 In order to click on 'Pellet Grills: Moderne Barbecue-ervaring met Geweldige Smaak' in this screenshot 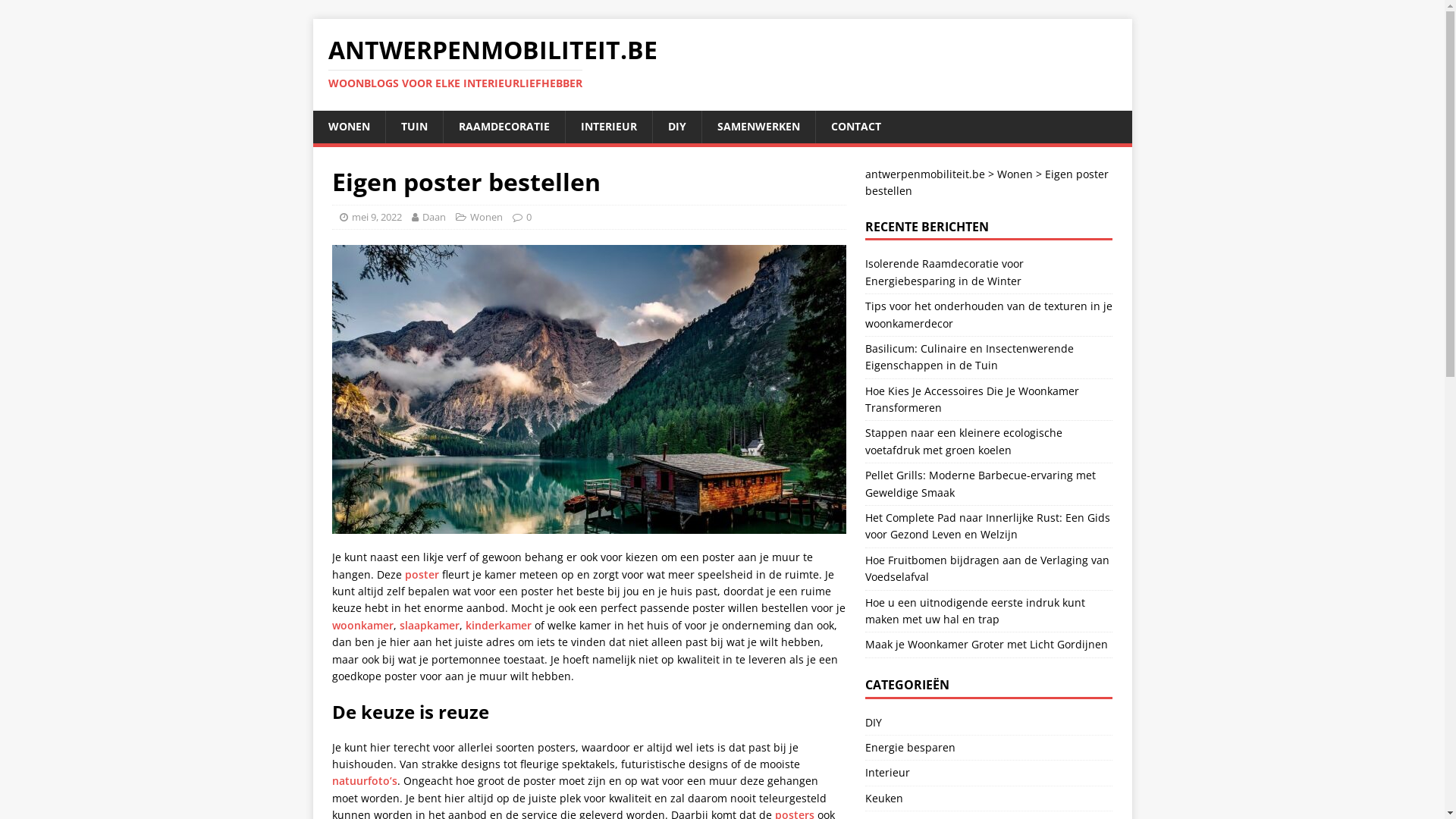, I will do `click(980, 483)`.